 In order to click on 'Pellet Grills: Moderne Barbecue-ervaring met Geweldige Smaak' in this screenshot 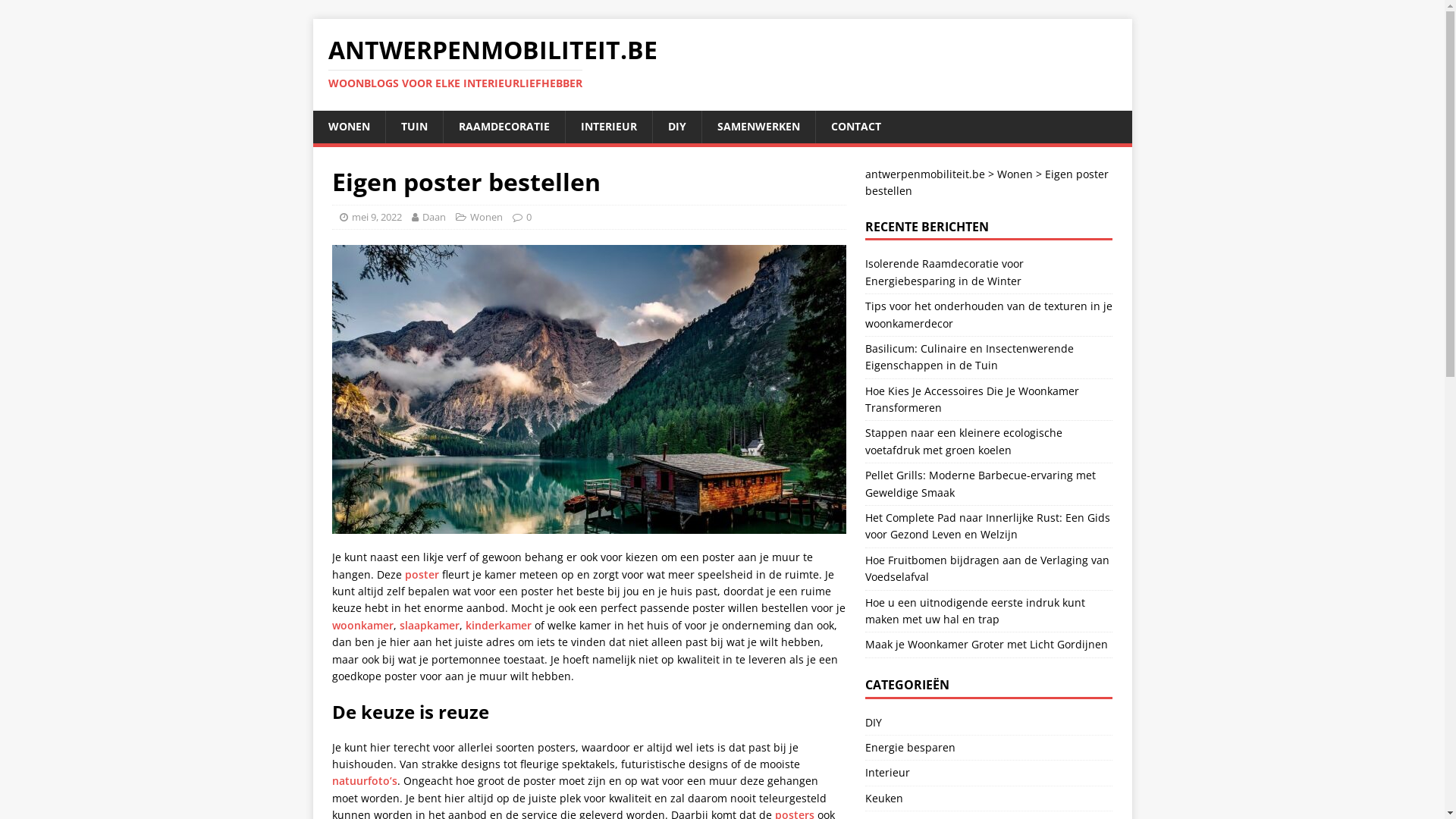, I will do `click(980, 483)`.